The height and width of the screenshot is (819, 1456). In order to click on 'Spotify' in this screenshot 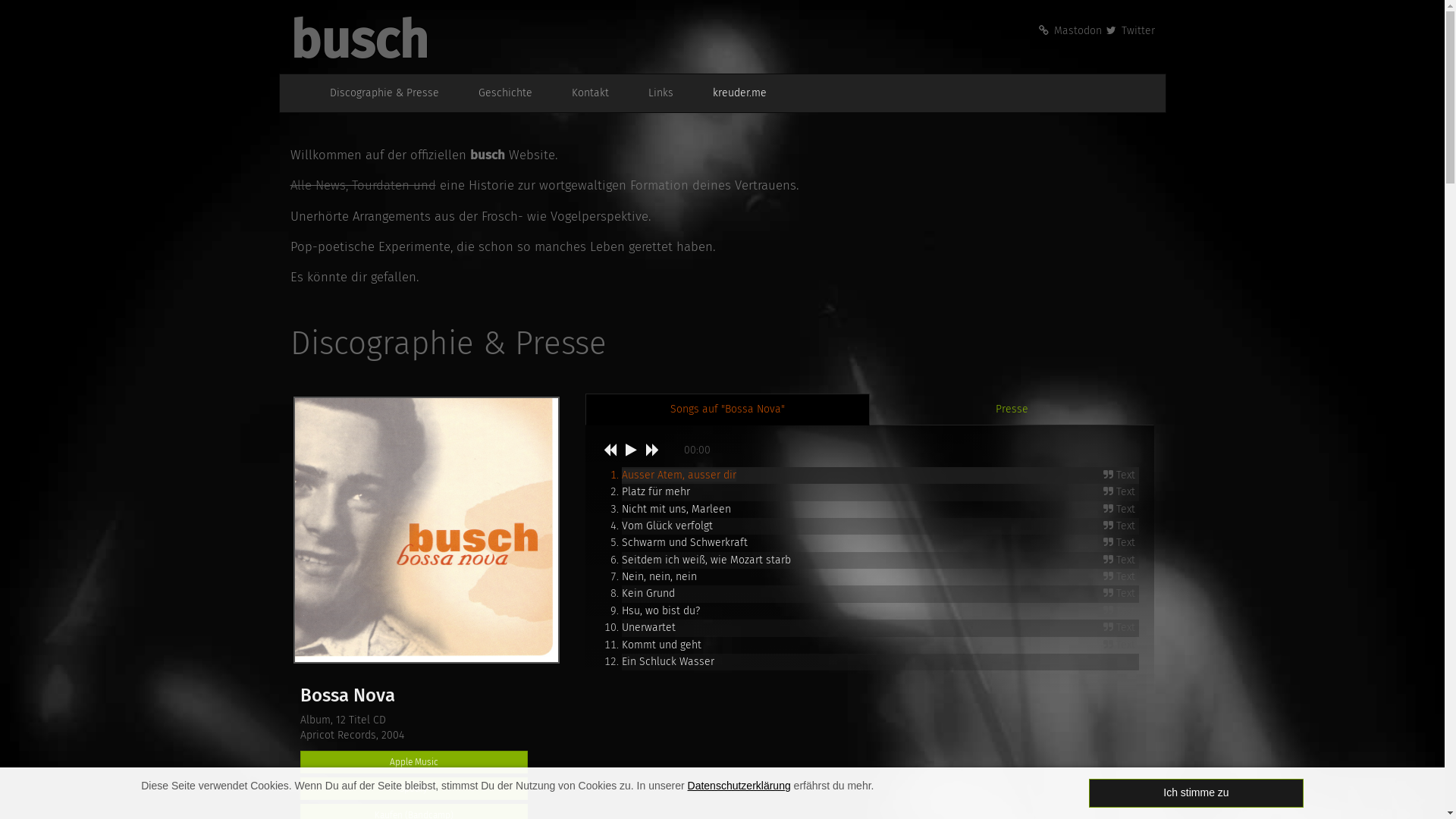, I will do `click(414, 788)`.